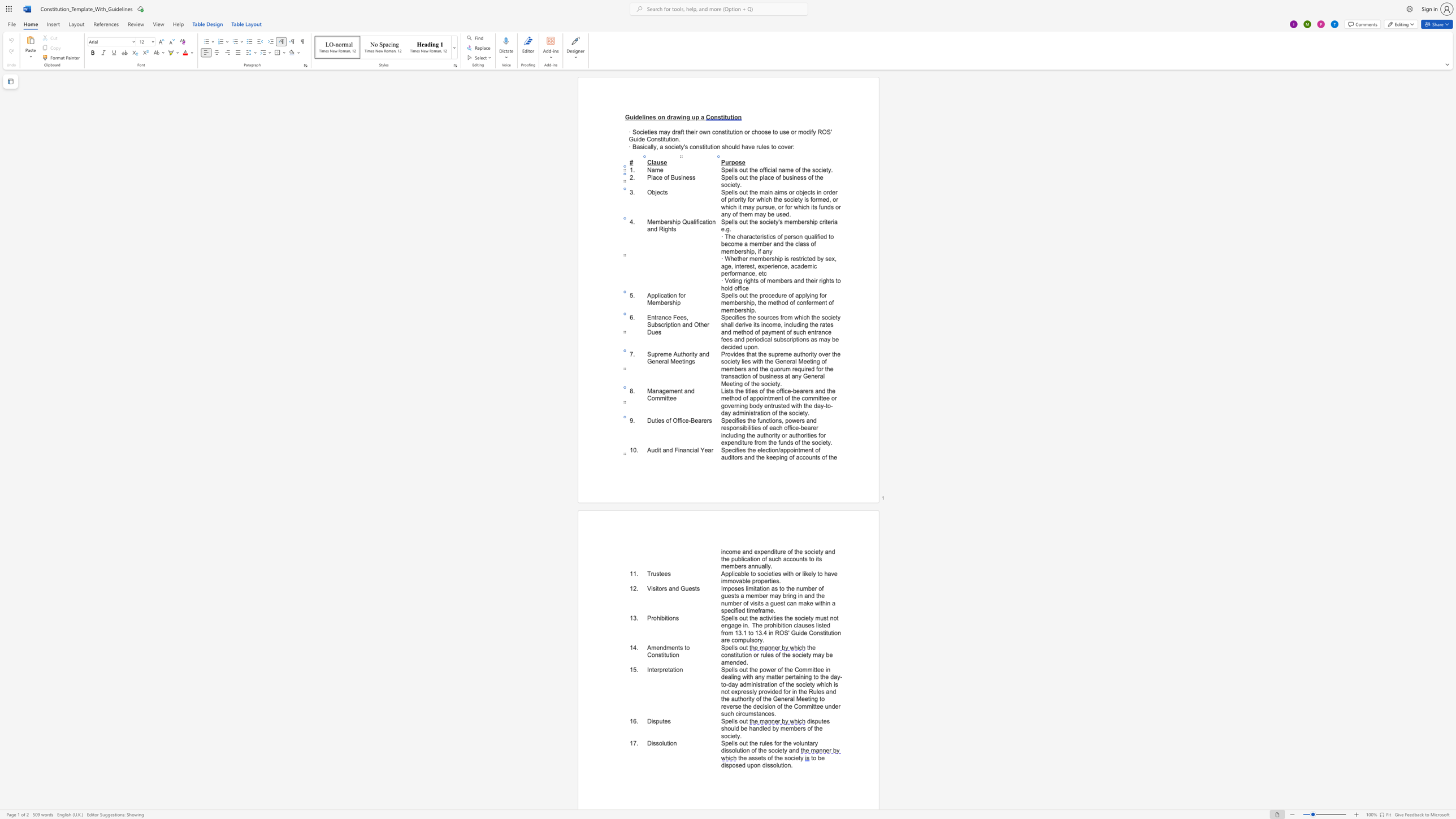 The width and height of the screenshot is (1456, 819). Describe the element at coordinates (653, 588) in the screenshot. I see `the 1th character "s" in the text` at that location.